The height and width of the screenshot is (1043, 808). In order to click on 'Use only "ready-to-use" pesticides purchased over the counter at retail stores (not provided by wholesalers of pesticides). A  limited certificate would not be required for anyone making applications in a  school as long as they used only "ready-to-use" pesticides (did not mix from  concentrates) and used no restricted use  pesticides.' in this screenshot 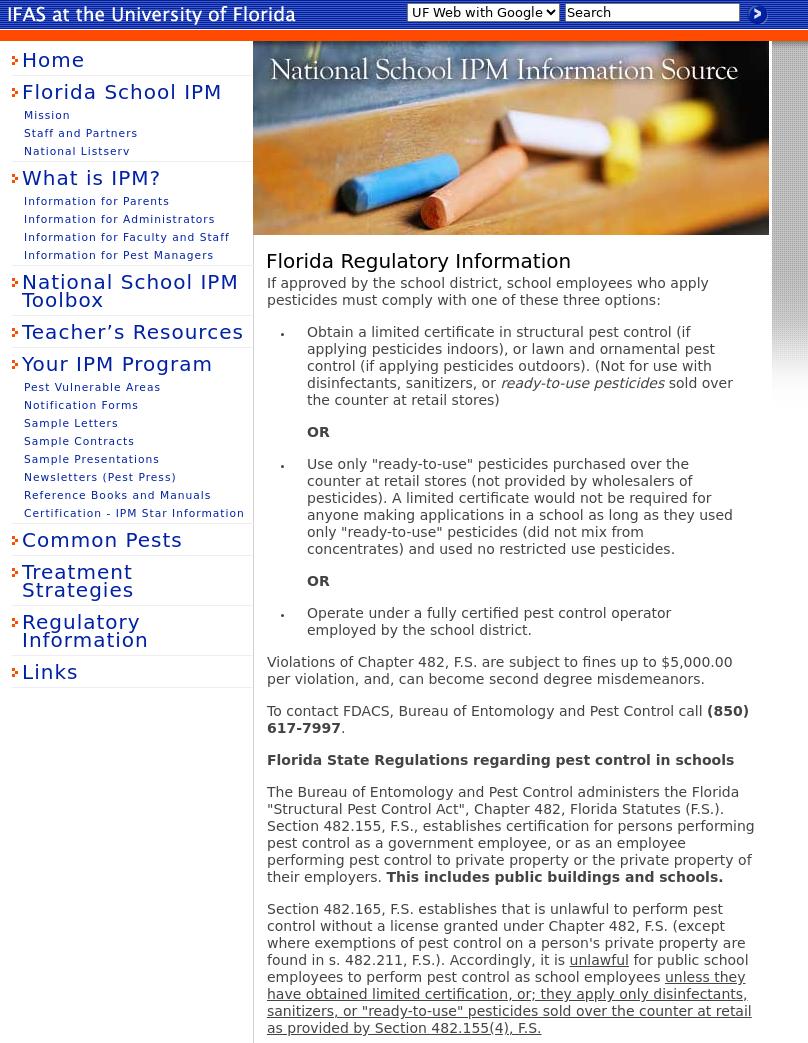, I will do `click(306, 505)`.